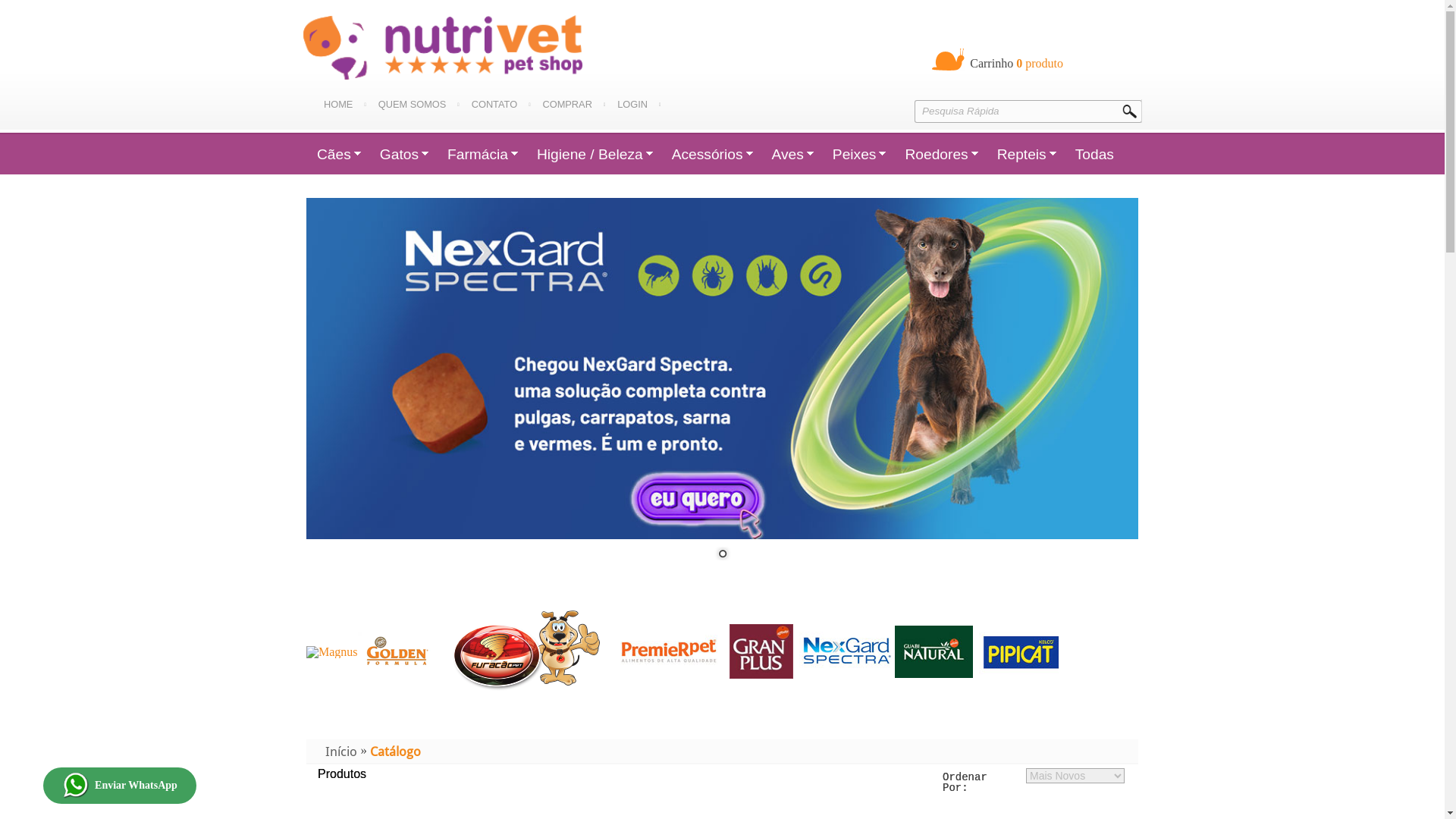  Describe the element at coordinates (119, 785) in the screenshot. I see `'Enviar WhatsApp'` at that location.